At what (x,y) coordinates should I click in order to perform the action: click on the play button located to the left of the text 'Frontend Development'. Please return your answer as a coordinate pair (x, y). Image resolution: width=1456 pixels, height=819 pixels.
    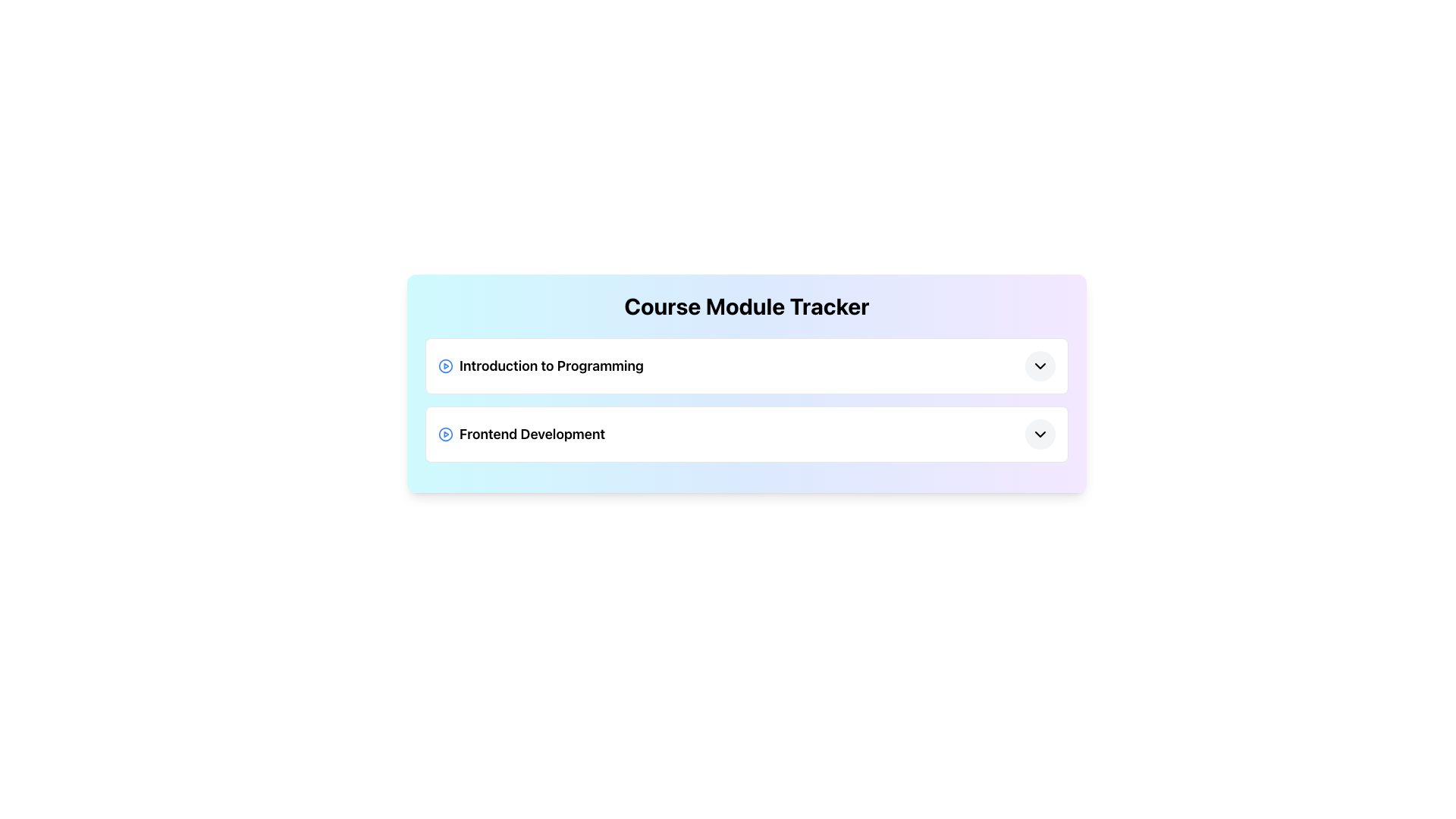
    Looking at the image, I should click on (445, 435).